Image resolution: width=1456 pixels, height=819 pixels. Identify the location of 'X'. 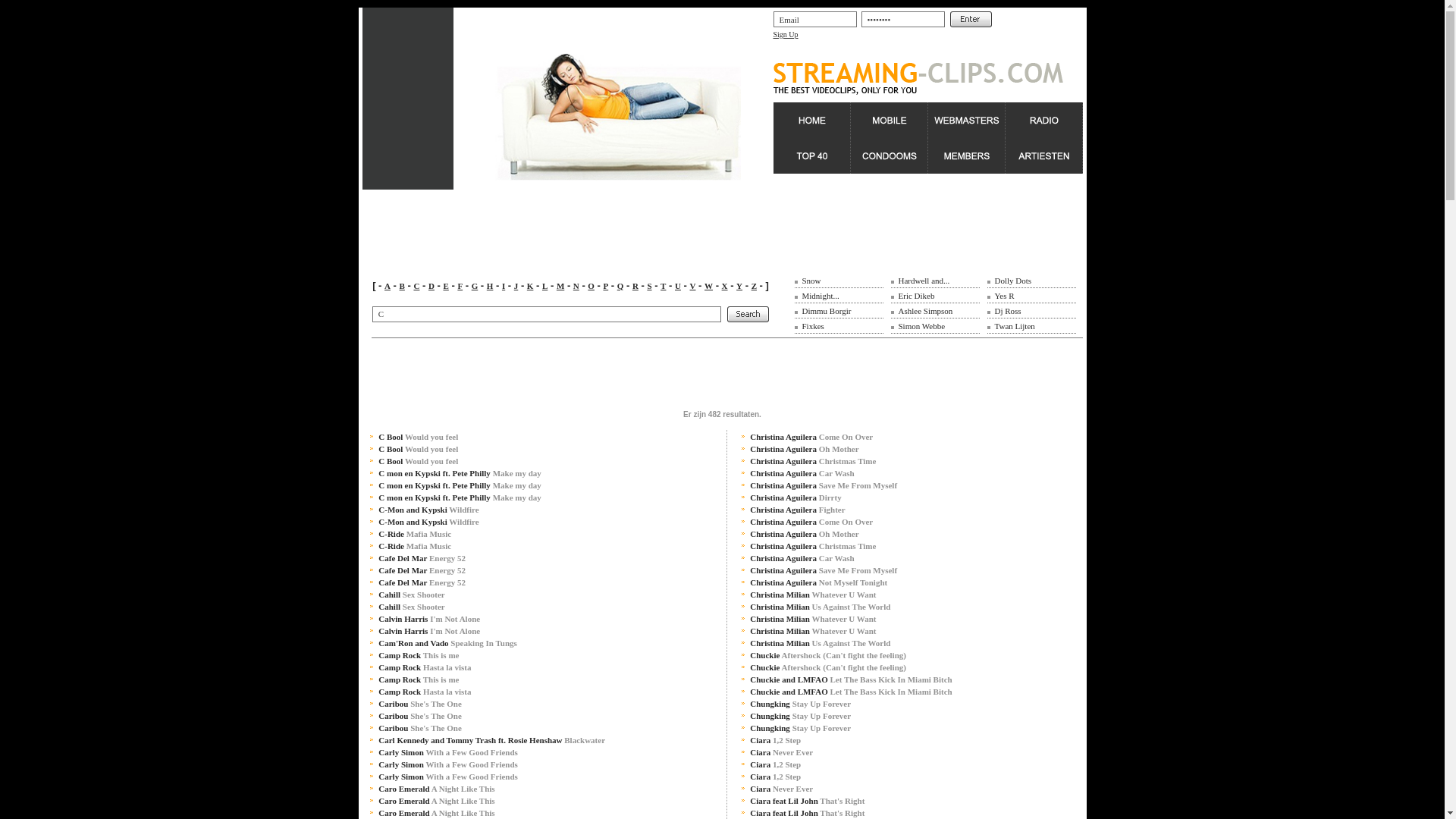
(723, 286).